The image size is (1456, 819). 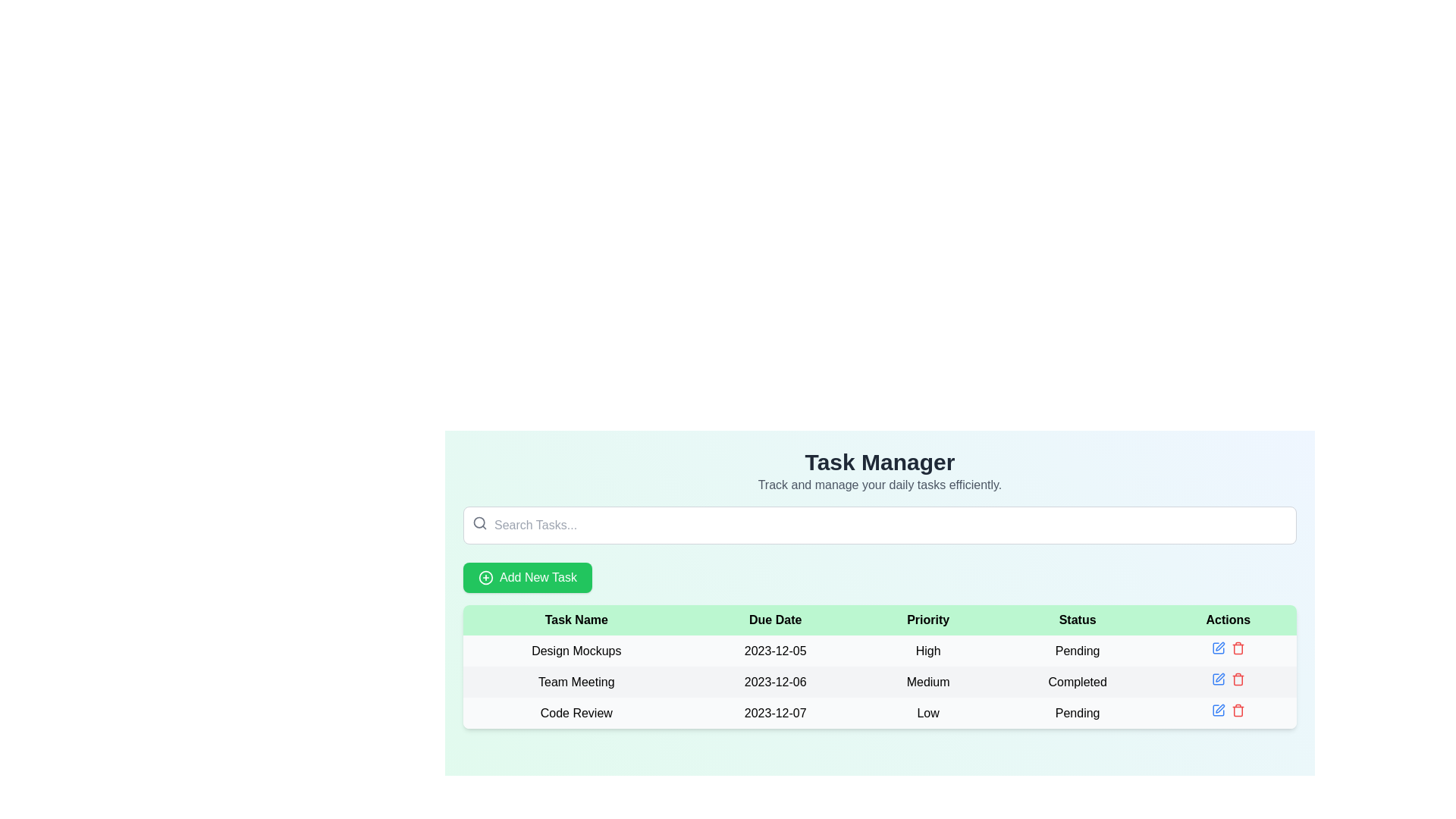 What do you see at coordinates (880, 713) in the screenshot?
I see `the third row of the task management table that contains the elements 'Code Review', '2023-12-07', 'Low', and 'Pending'` at bounding box center [880, 713].